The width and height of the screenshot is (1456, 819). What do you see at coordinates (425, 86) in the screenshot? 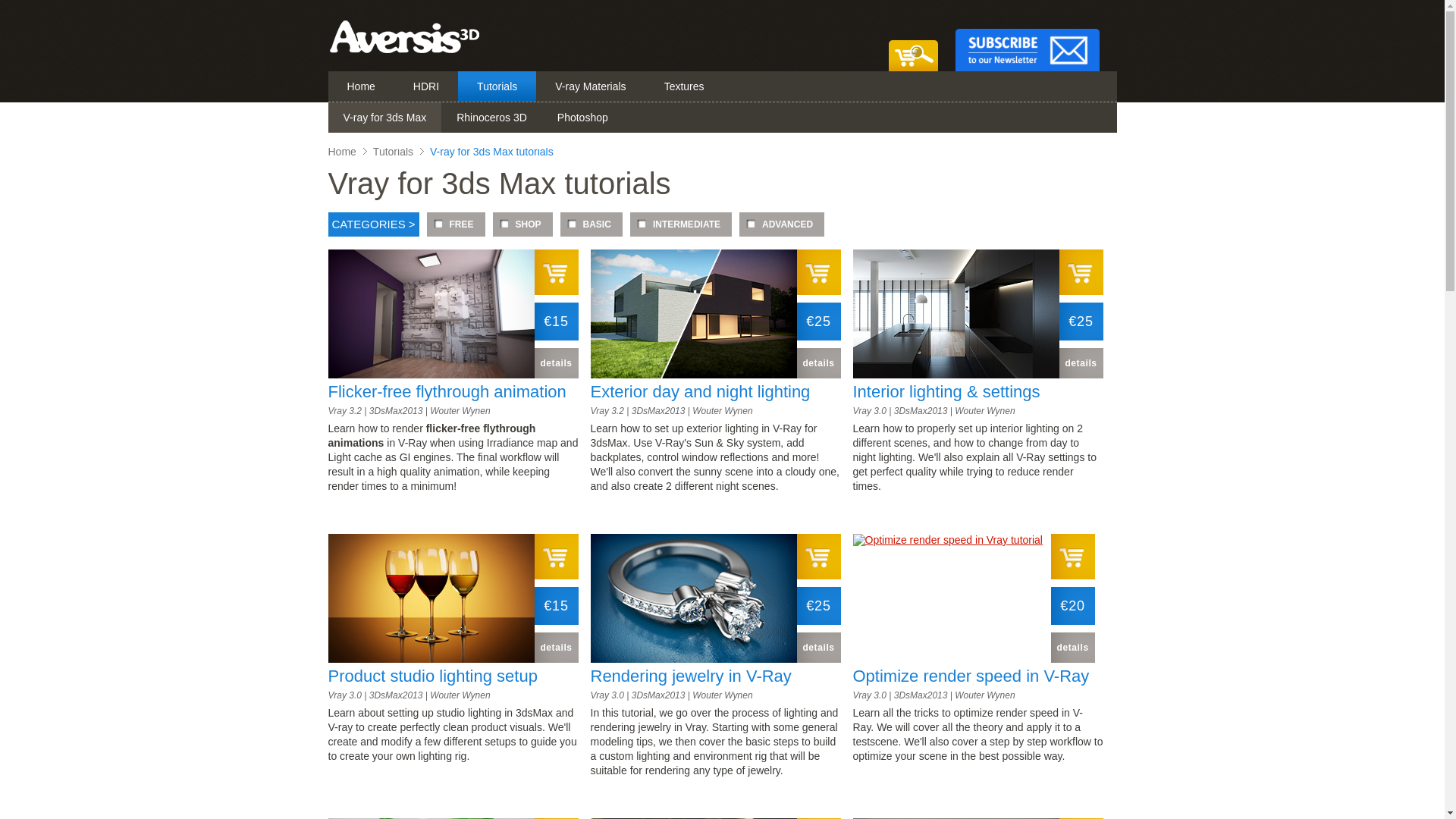
I see `'HDRI'` at bounding box center [425, 86].